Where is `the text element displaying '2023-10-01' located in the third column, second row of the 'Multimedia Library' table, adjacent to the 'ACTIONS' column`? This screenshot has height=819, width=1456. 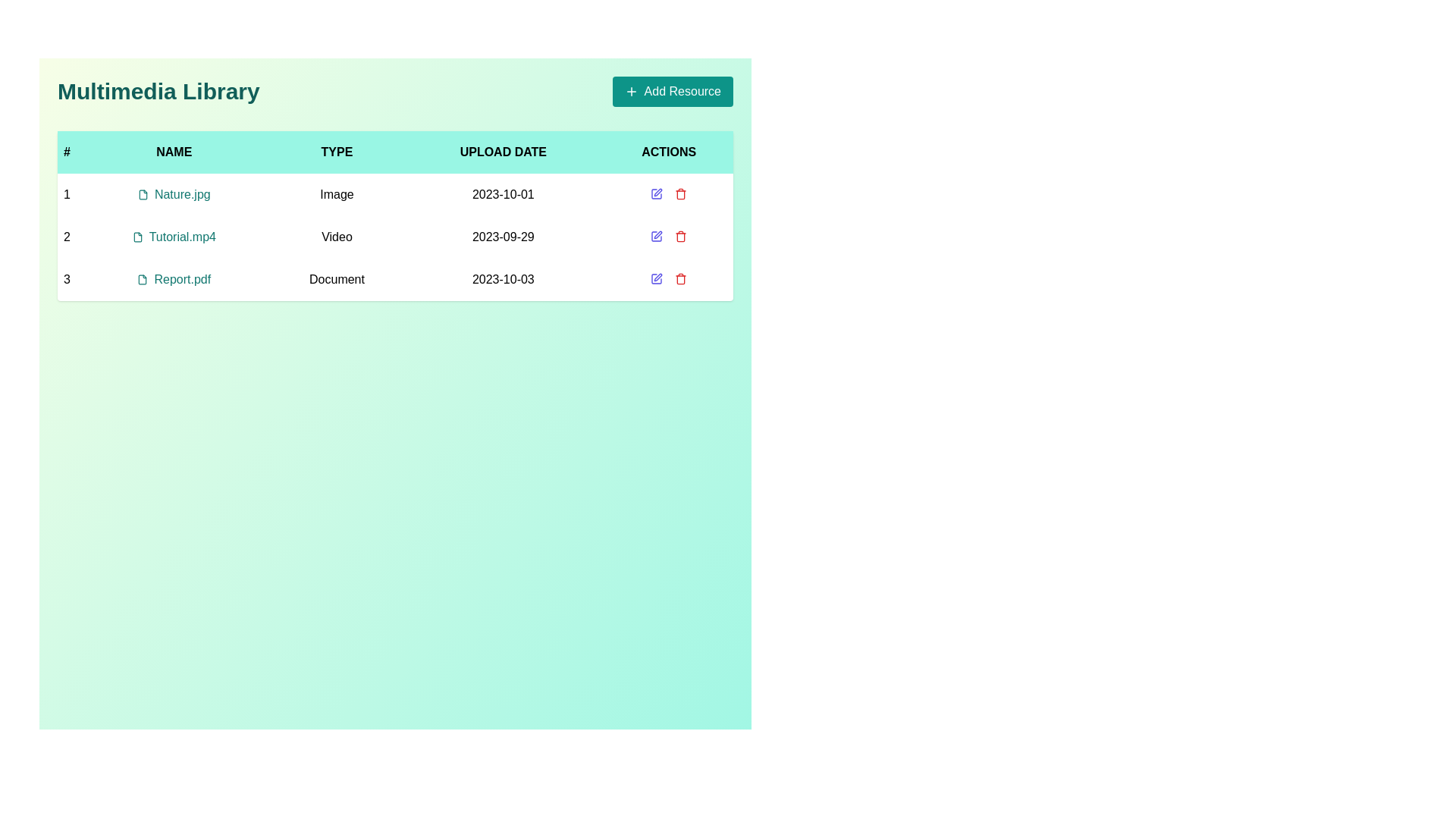 the text element displaying '2023-10-01' located in the third column, second row of the 'Multimedia Library' table, adjacent to the 'ACTIONS' column is located at coordinates (503, 194).